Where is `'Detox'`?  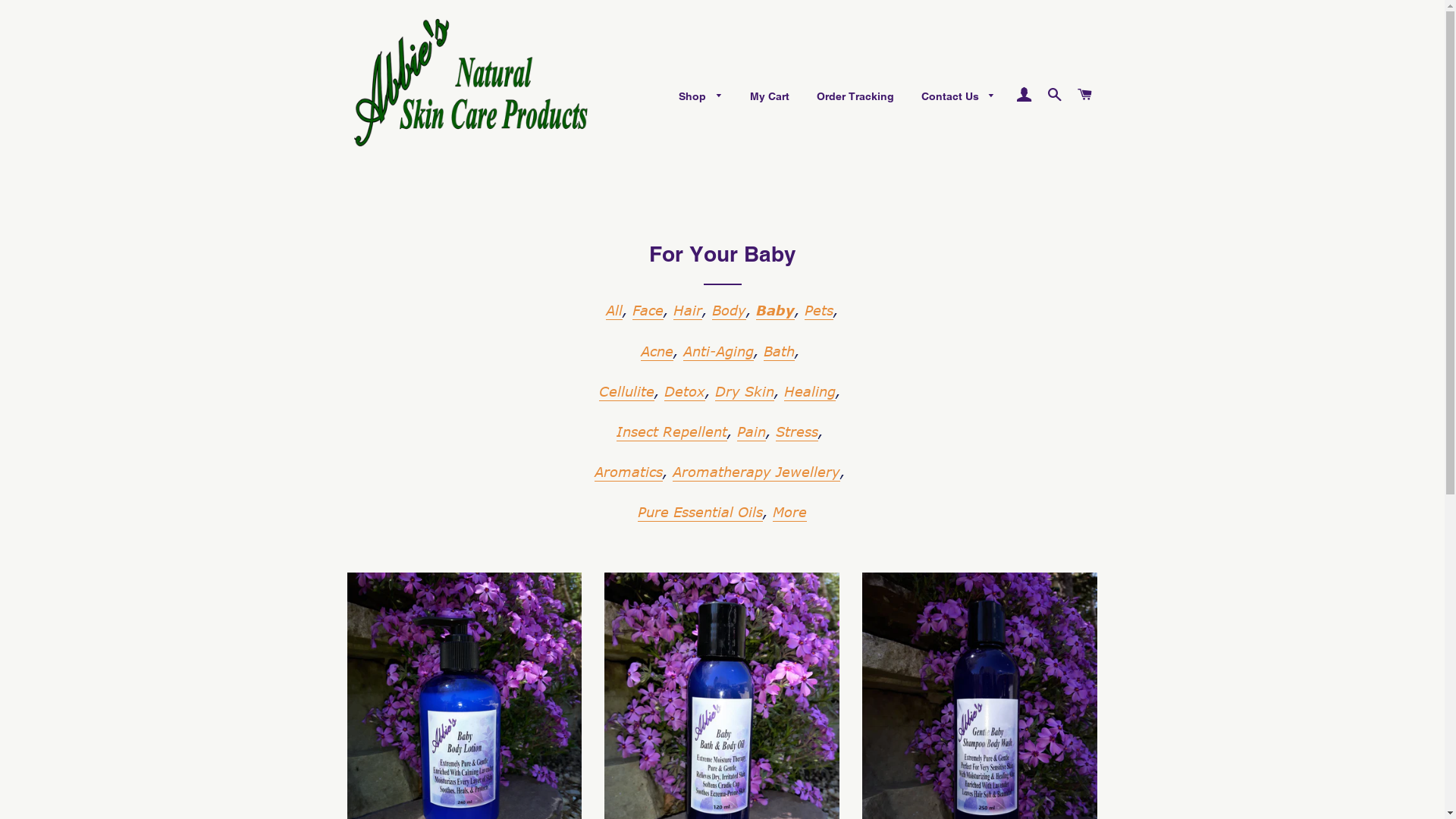
'Detox' is located at coordinates (683, 391).